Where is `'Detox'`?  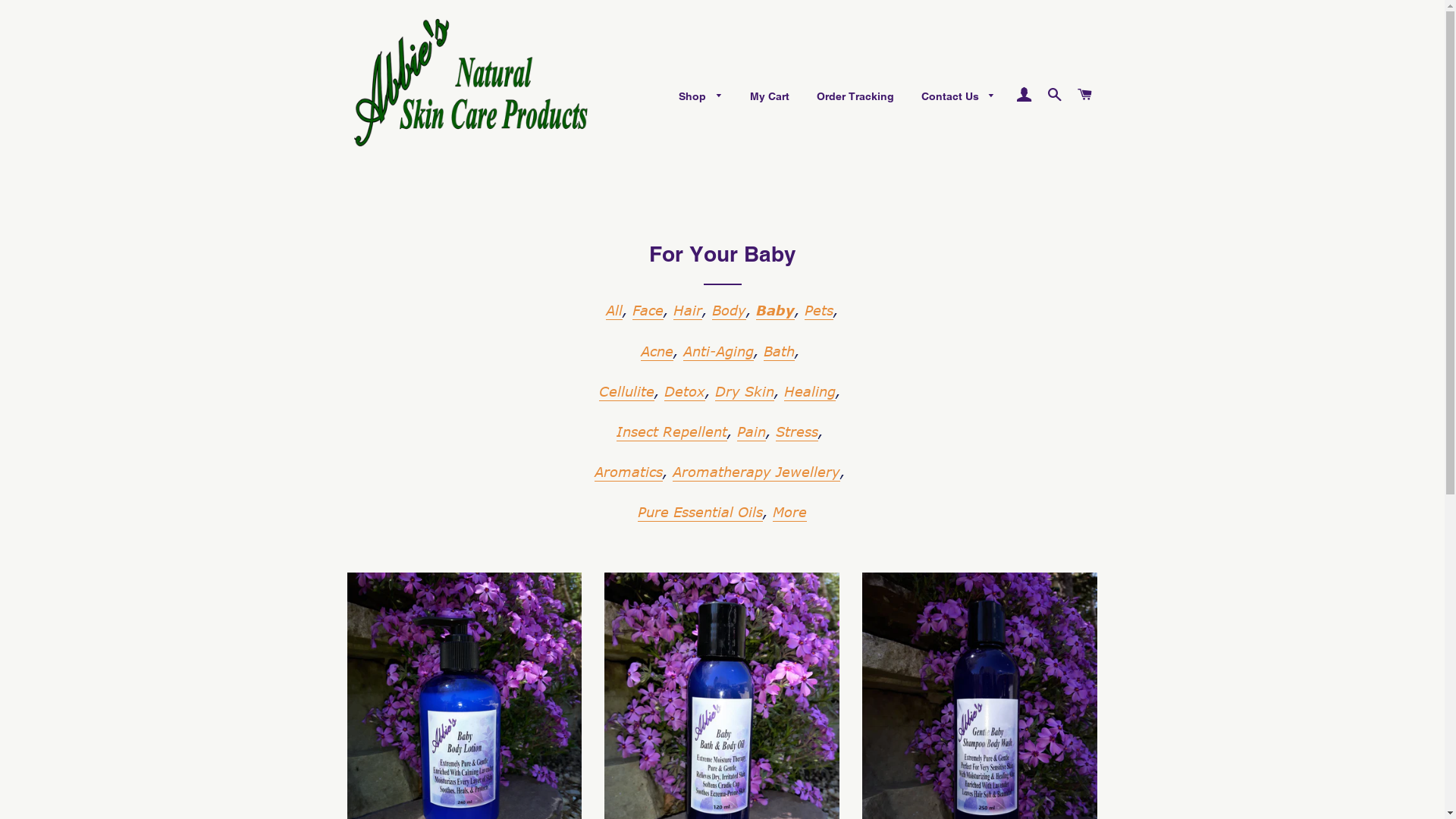
'Detox' is located at coordinates (683, 391).